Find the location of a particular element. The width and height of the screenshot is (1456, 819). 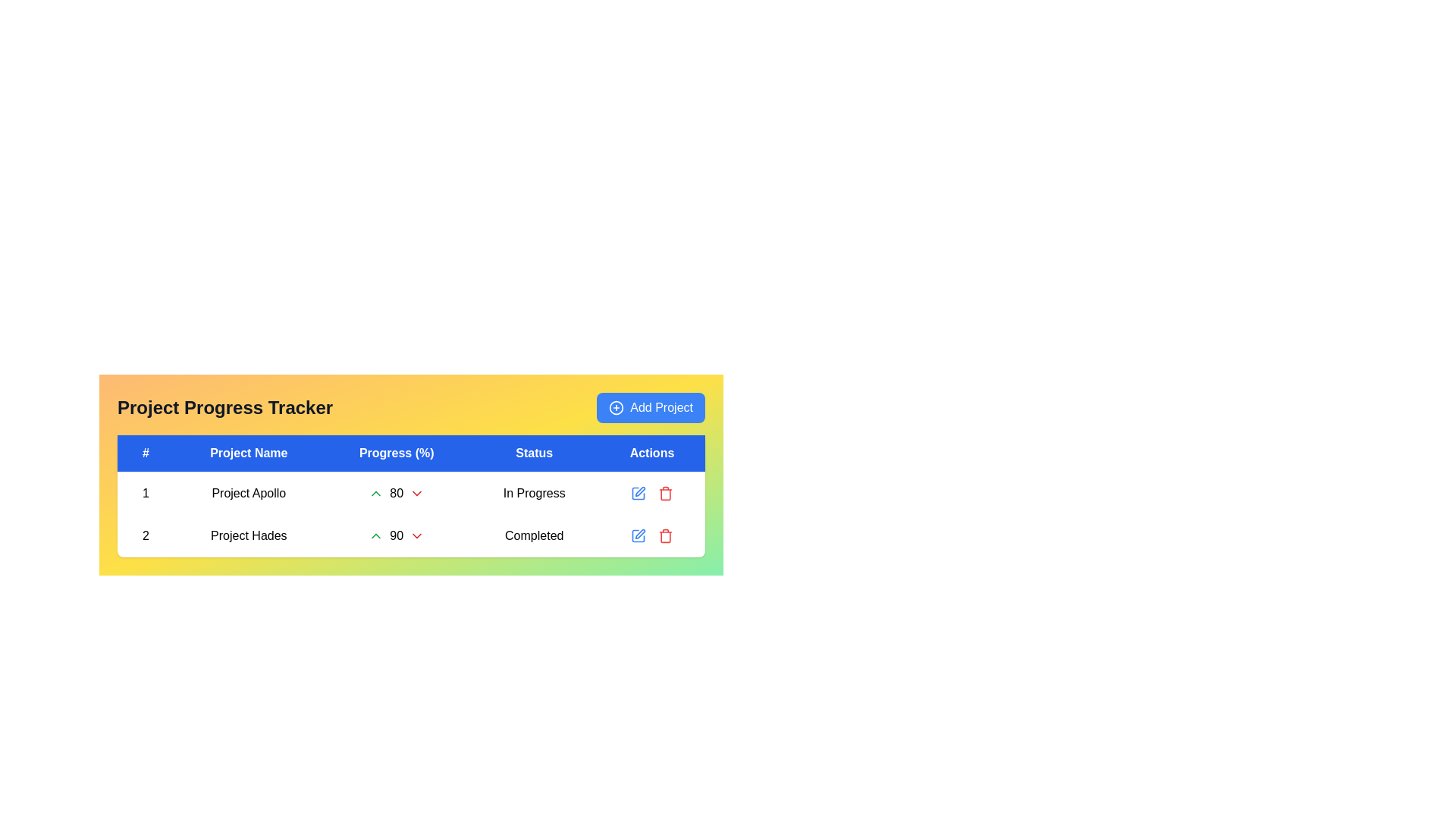

the upward-pointing icon located in the 'Progress (%)' column of the 'Project Progress Tracker' table for 'Project Hades' to increase the progress percentage is located at coordinates (397, 535).